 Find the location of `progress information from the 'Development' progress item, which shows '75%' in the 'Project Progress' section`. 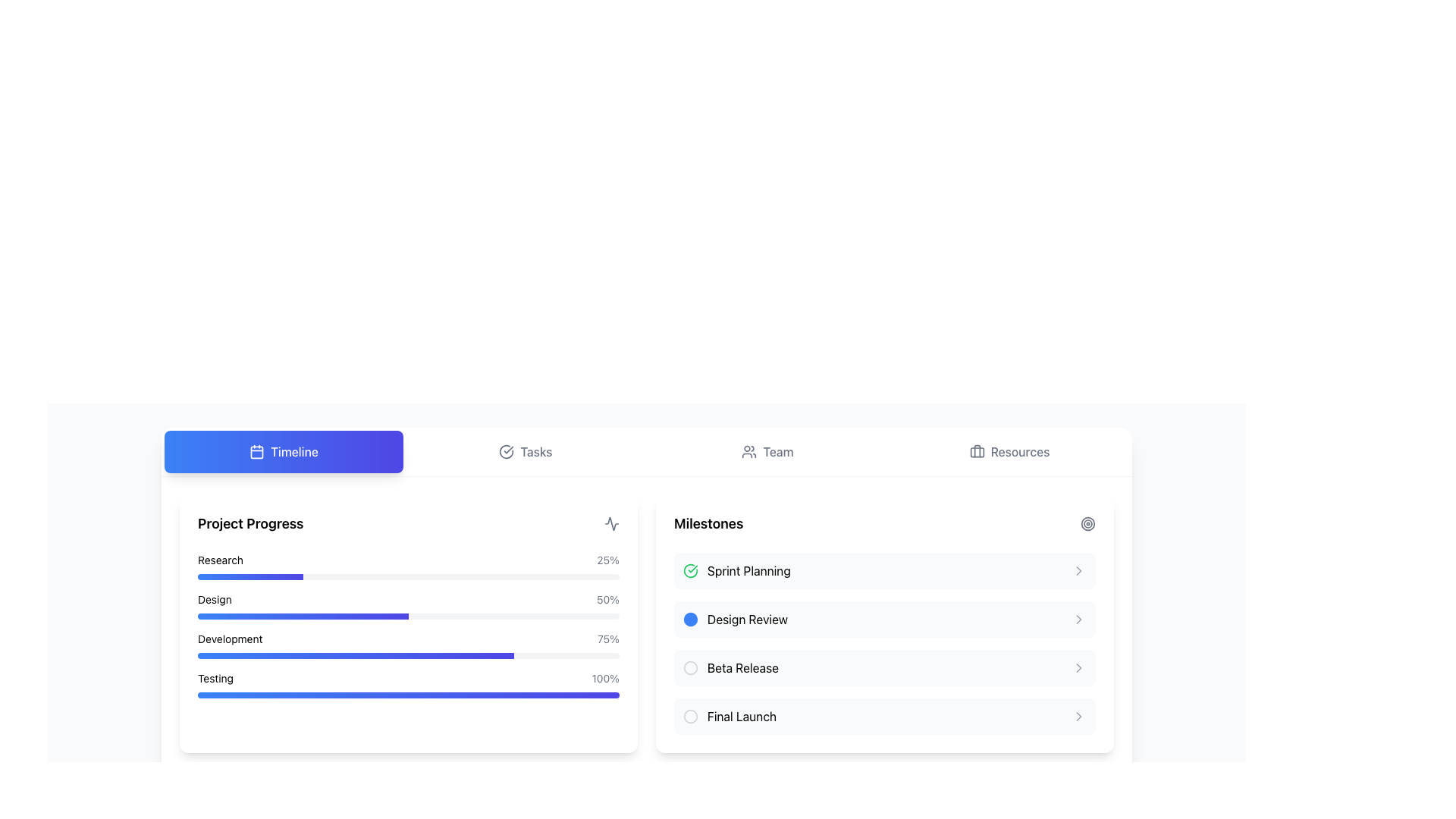

progress information from the 'Development' progress item, which shows '75%' in the 'Project Progress' section is located at coordinates (408, 639).